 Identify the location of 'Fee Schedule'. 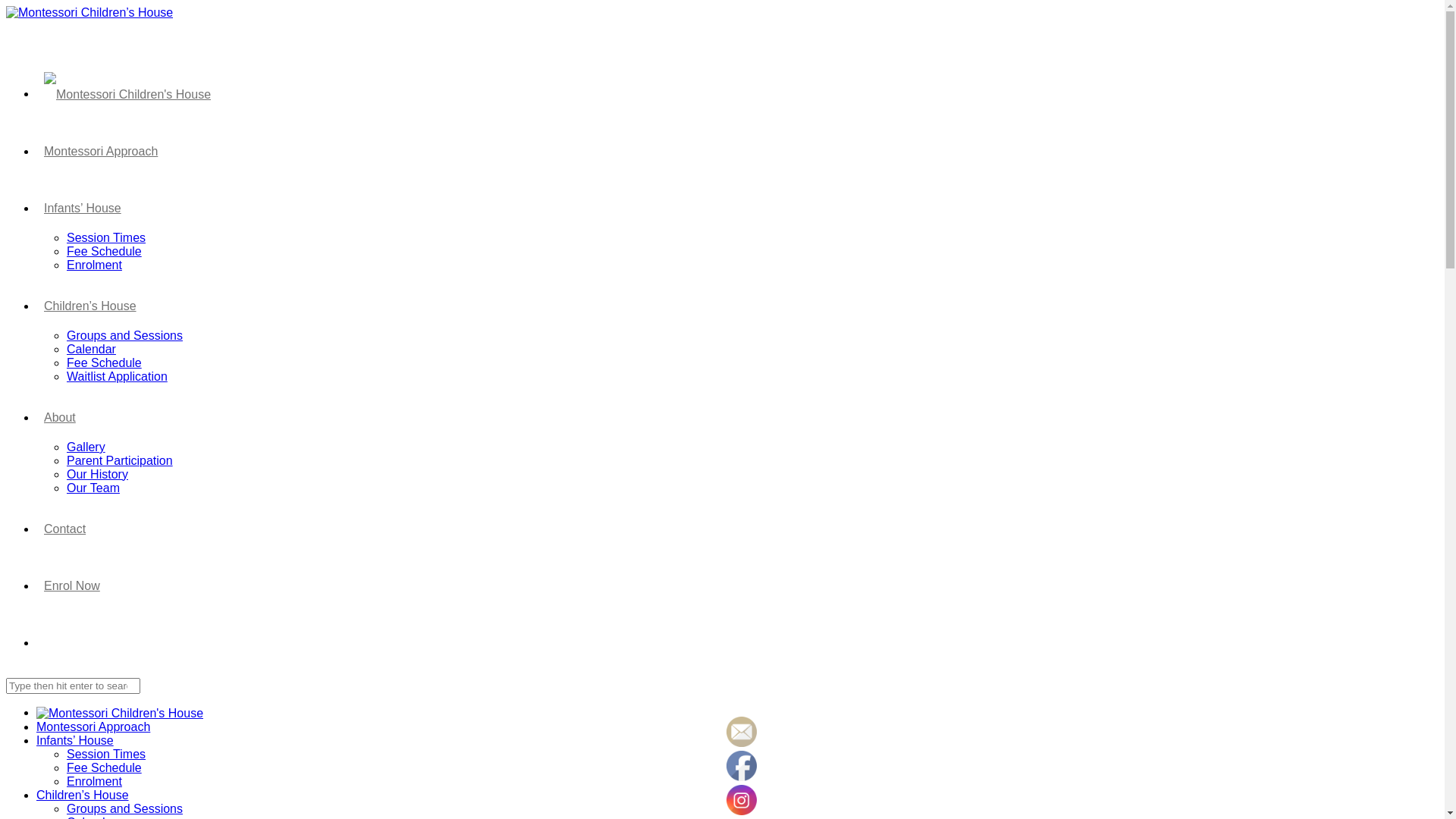
(103, 362).